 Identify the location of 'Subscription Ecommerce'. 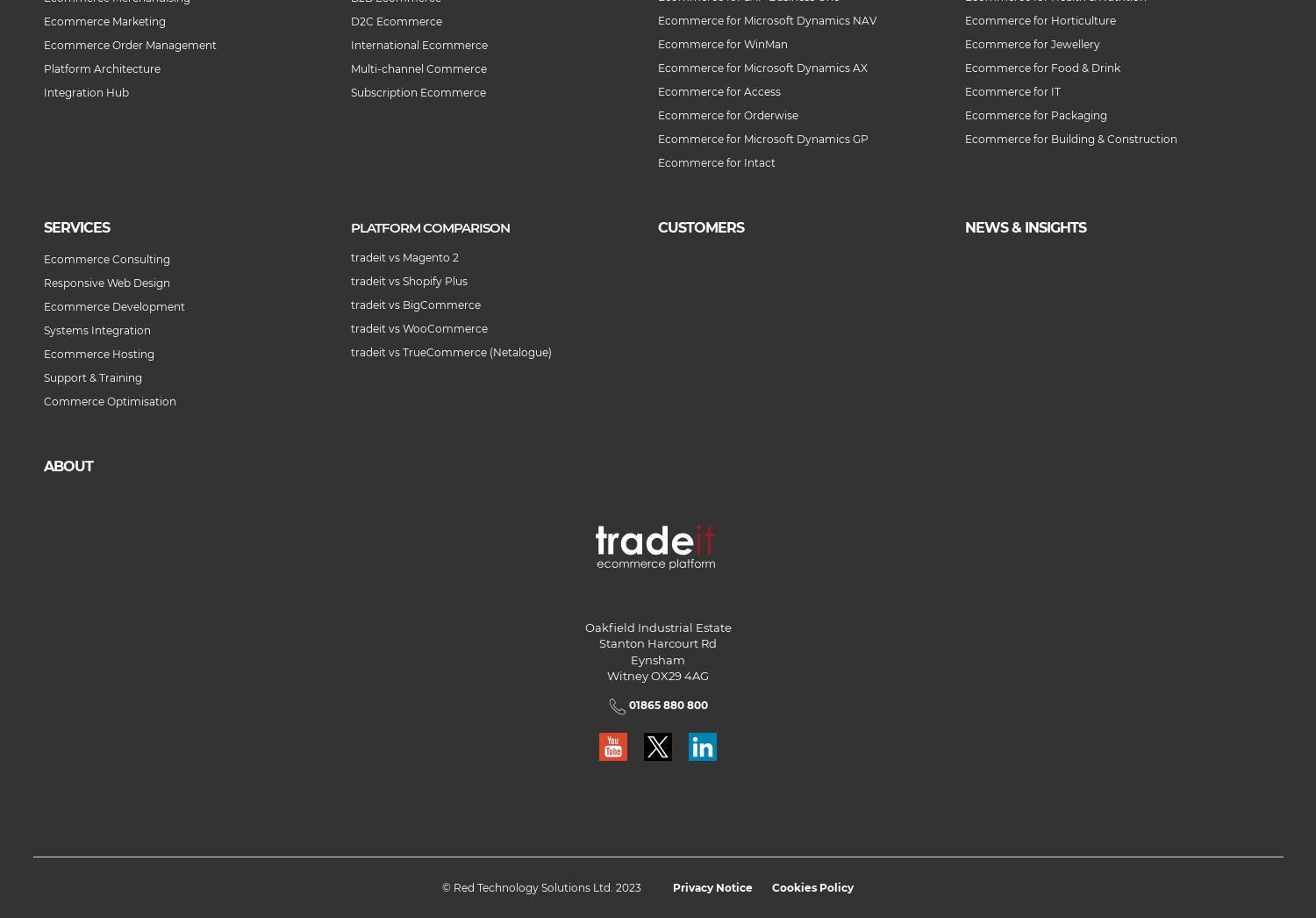
(418, 91).